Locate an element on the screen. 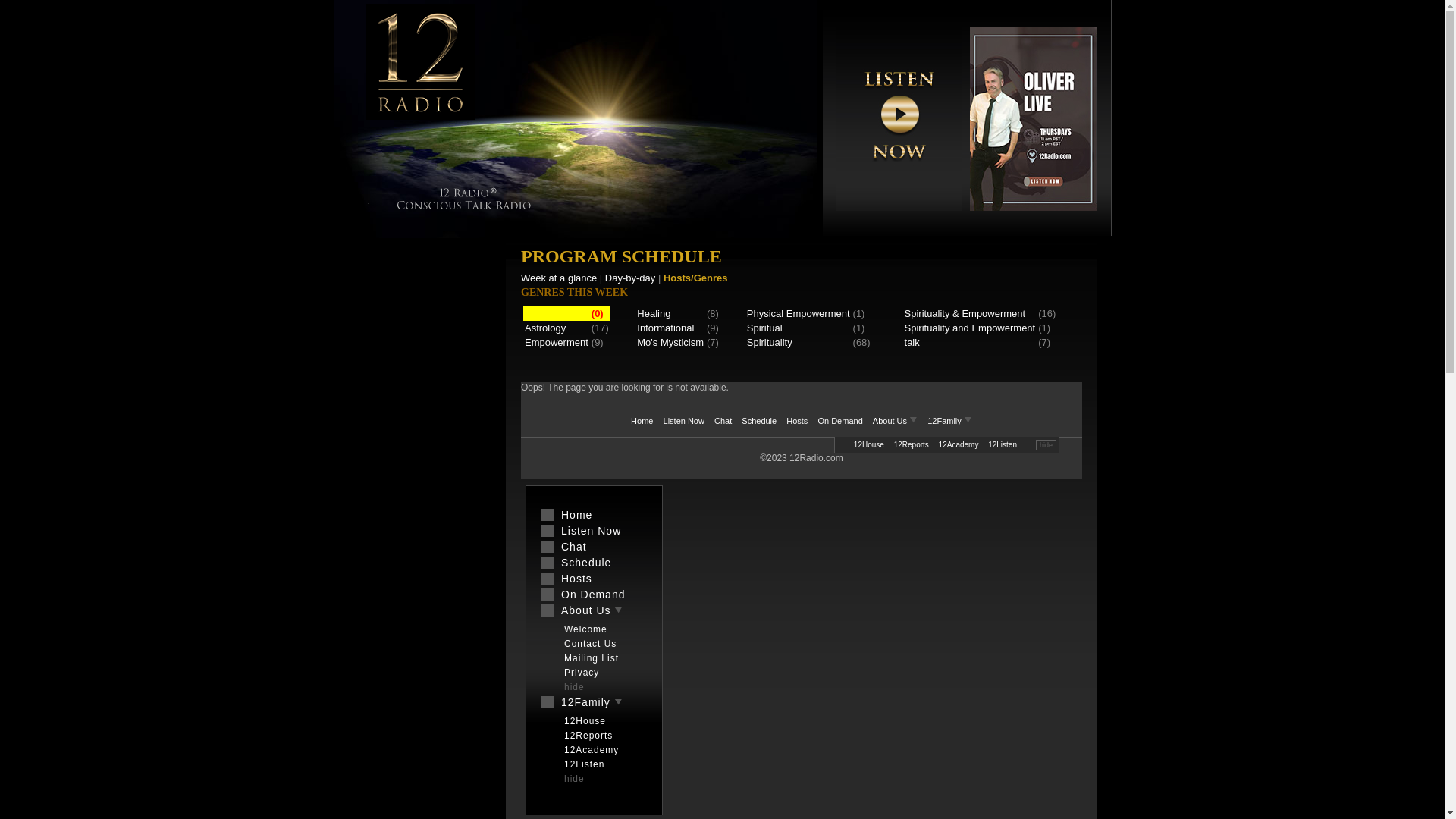  'Astrology' is located at coordinates (545, 327).